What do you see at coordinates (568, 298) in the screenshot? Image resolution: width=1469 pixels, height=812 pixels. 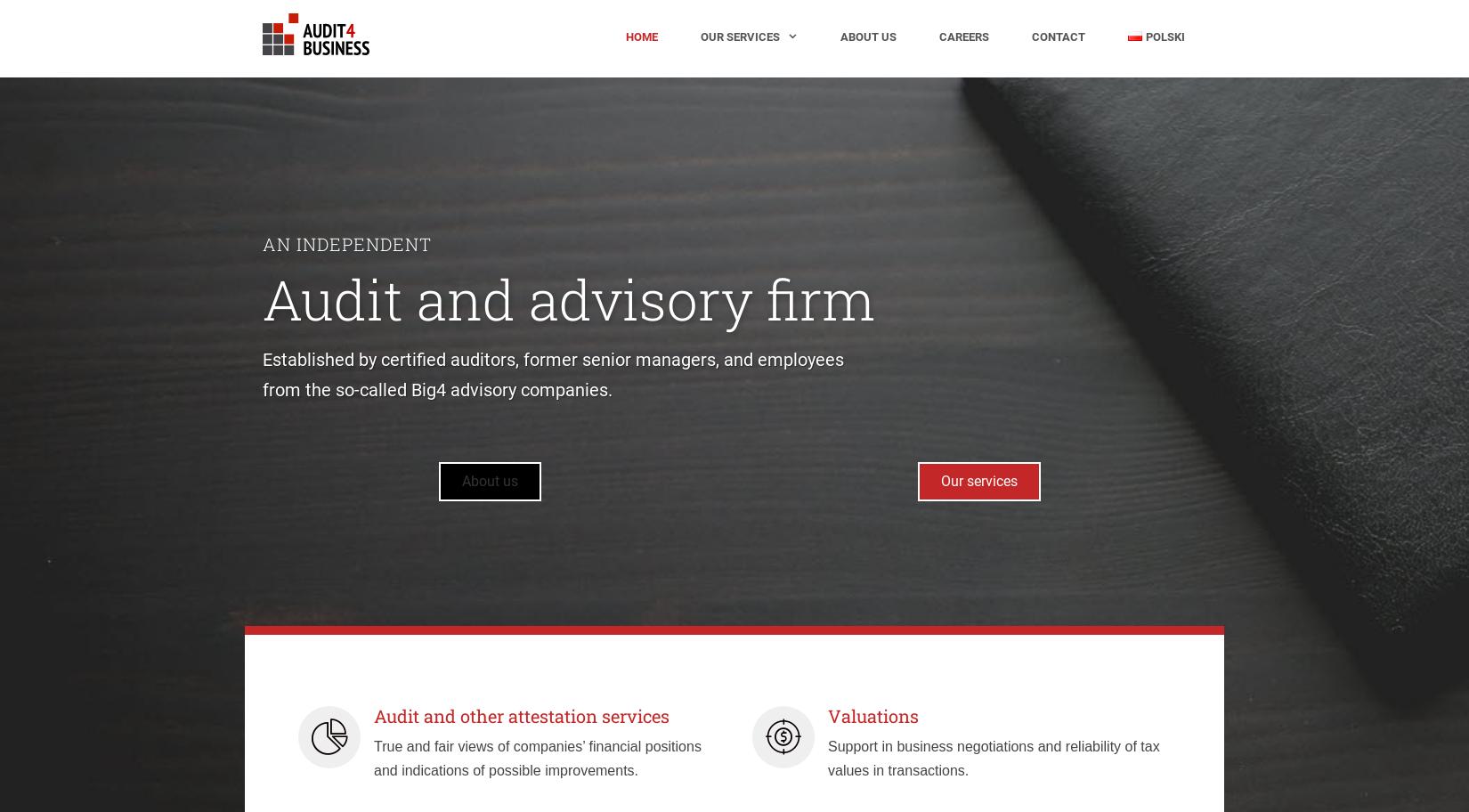 I see `'Audit and advisory firm'` at bounding box center [568, 298].